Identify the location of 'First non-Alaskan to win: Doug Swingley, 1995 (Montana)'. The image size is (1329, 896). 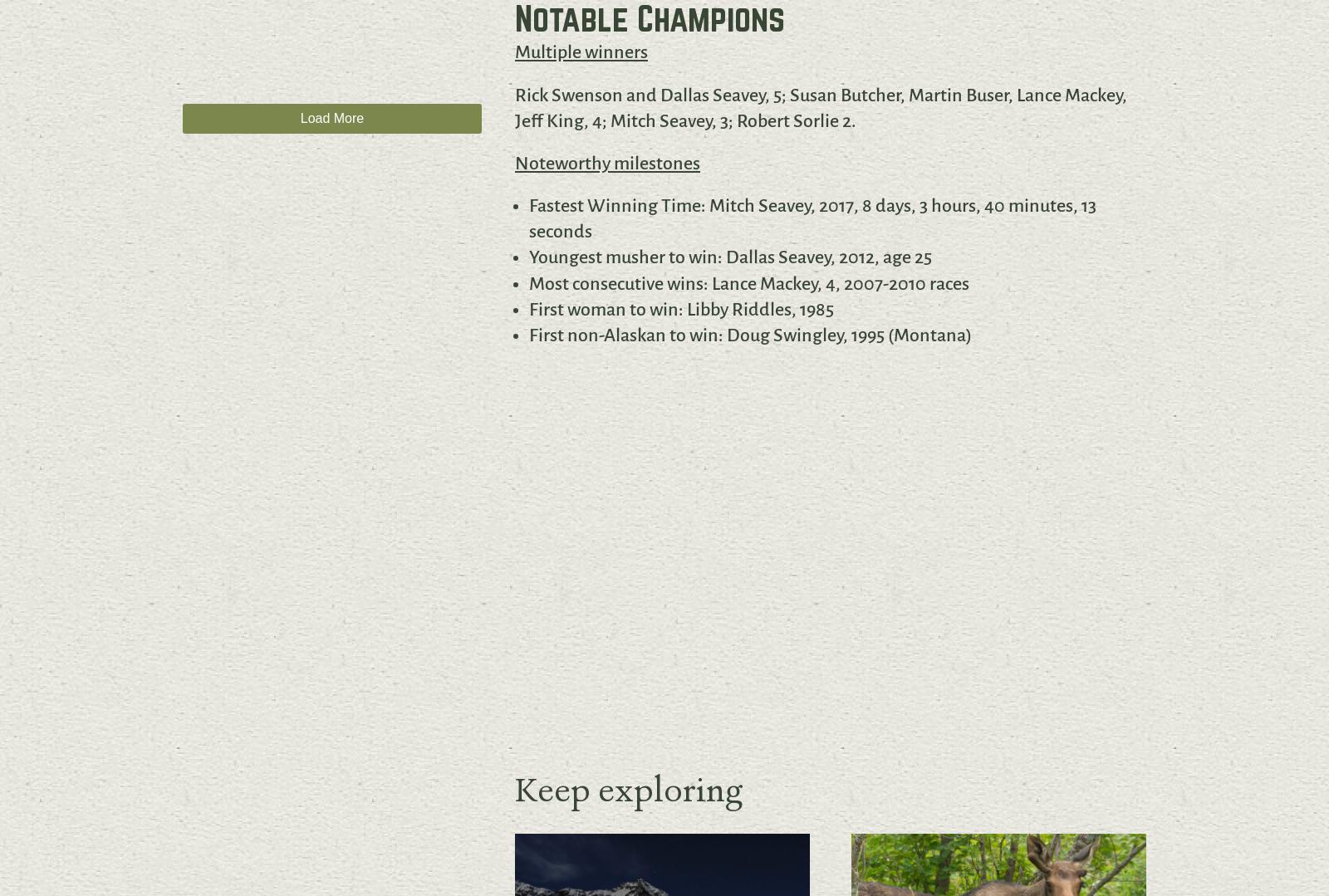
(748, 334).